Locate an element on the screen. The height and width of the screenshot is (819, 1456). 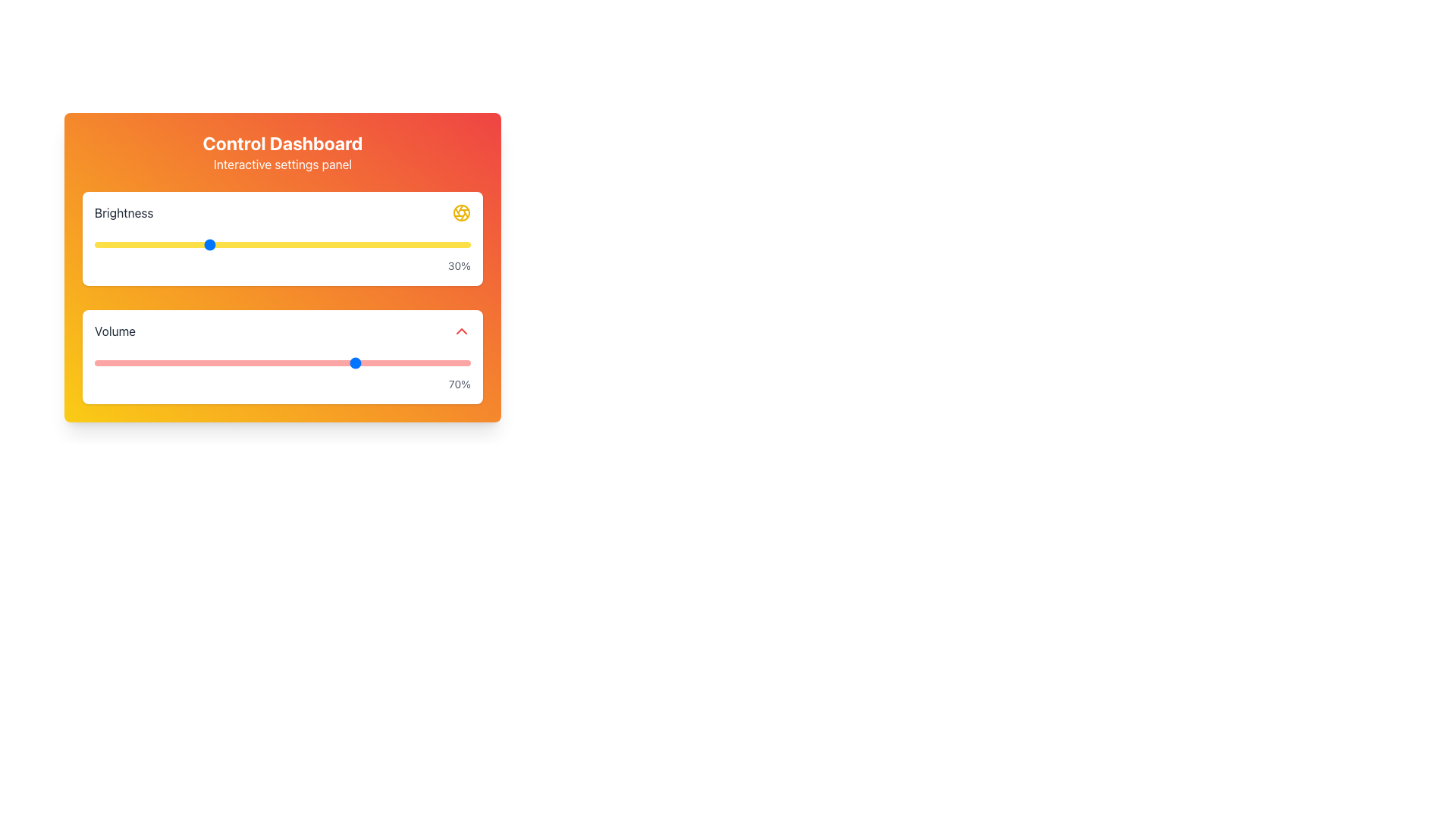
brightness is located at coordinates (369, 244).